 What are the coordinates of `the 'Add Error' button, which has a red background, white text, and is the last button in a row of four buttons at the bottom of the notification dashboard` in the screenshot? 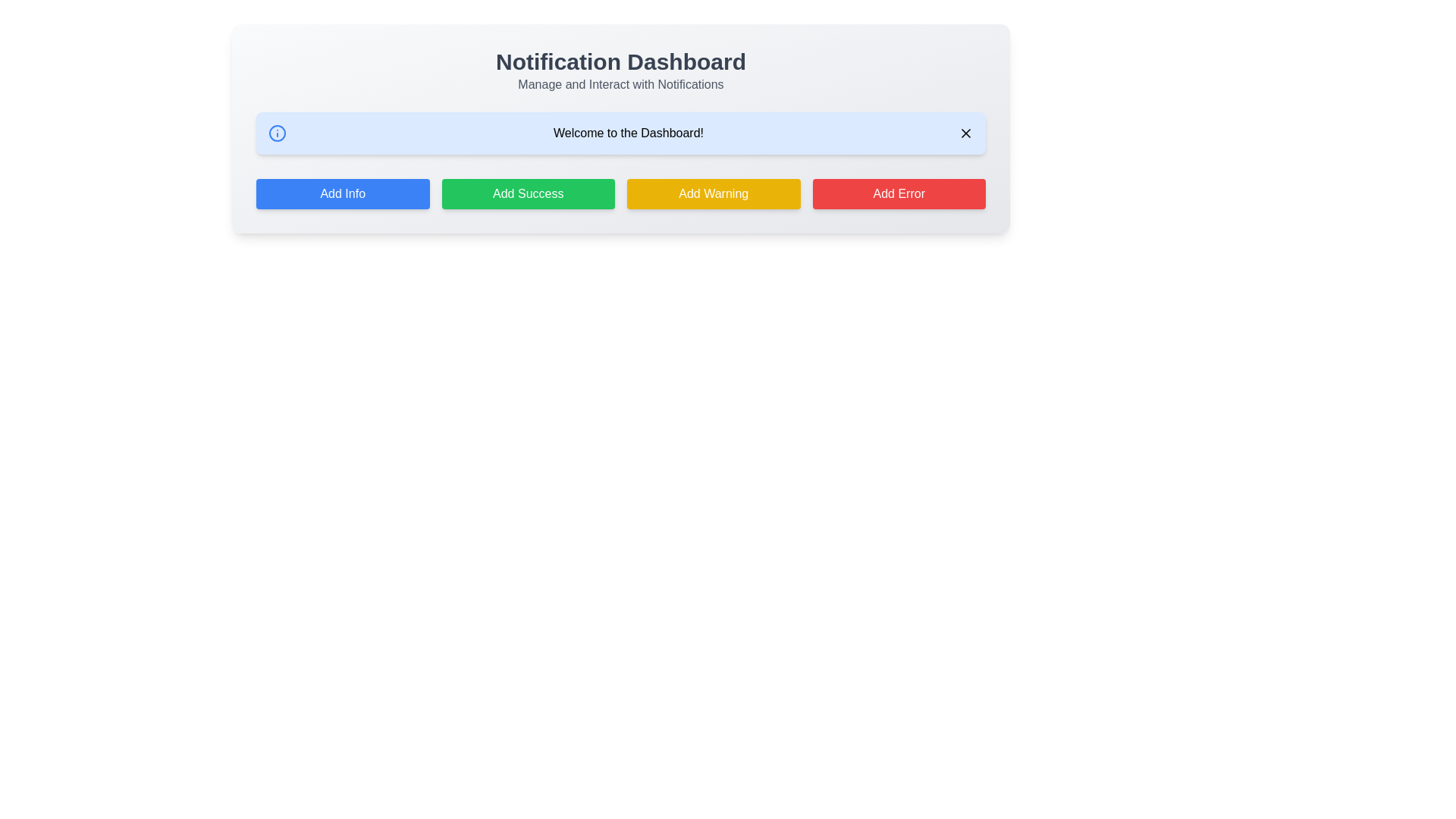 It's located at (899, 193).